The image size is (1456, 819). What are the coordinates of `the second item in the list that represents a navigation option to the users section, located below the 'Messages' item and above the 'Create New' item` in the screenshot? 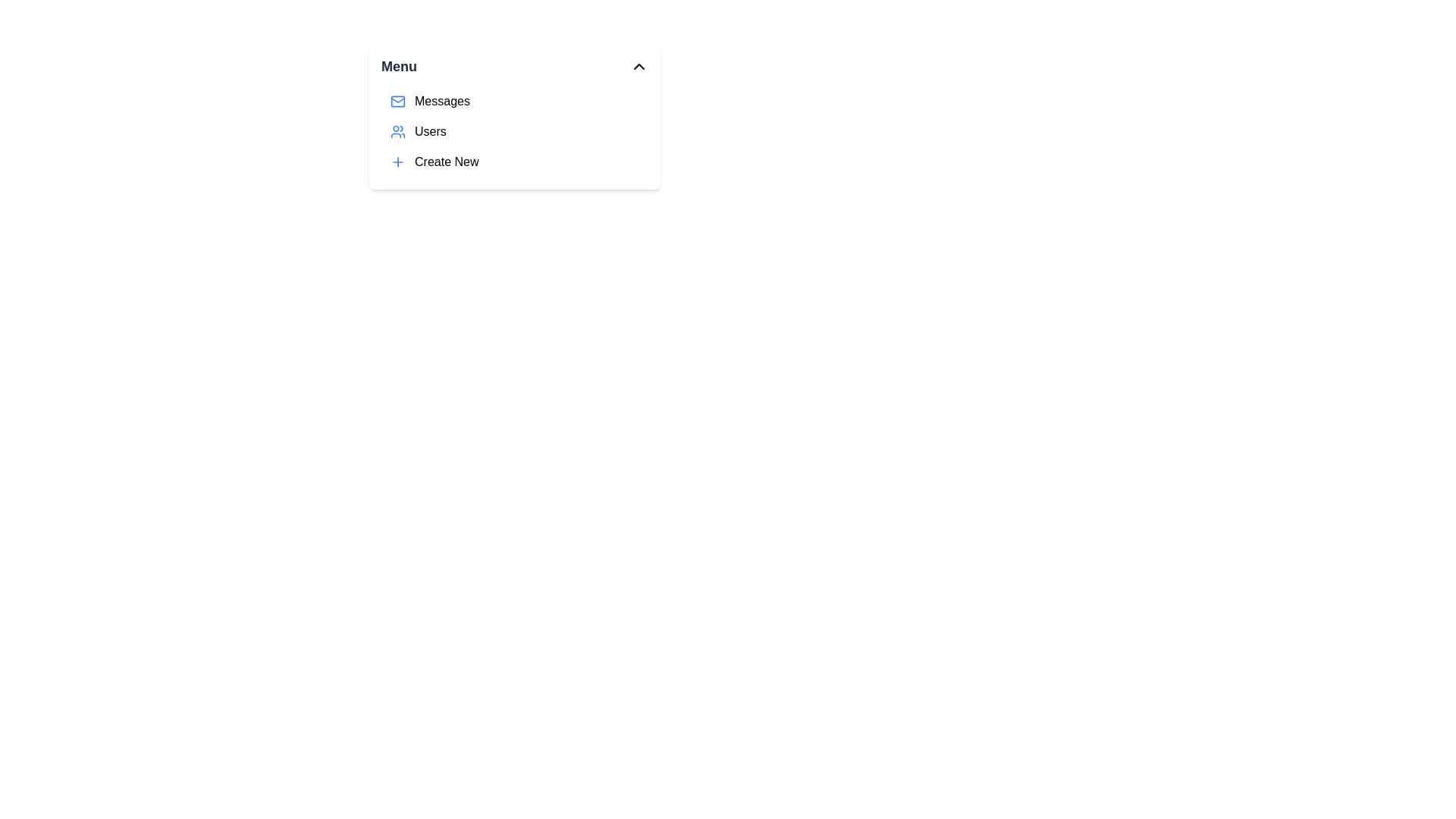 It's located at (514, 130).